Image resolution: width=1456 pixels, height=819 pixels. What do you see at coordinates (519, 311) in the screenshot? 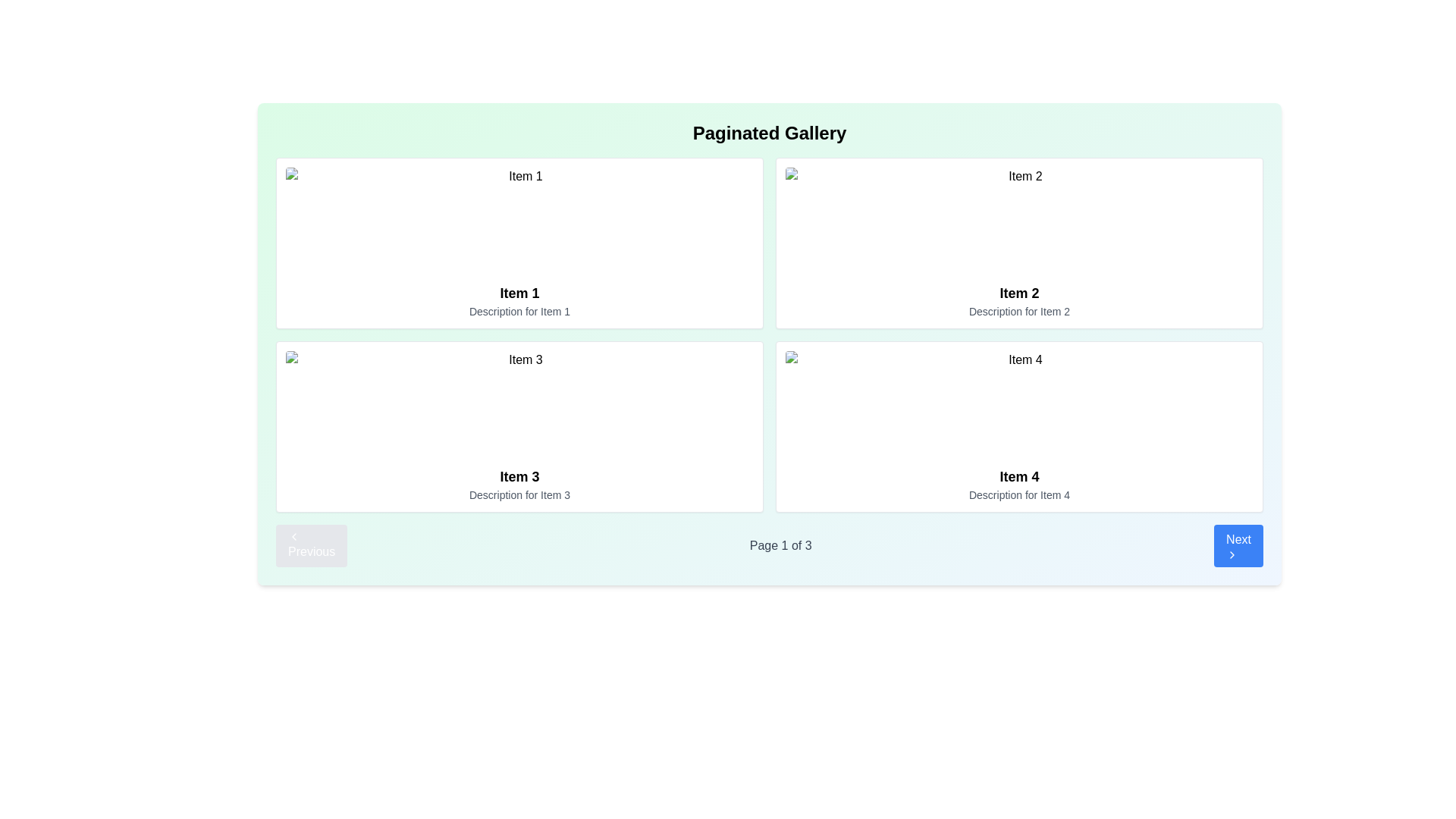
I see `the text label element reading 'Description for Item 1' which is located below the title 'Item 1' in the first card of a grid layout` at bounding box center [519, 311].